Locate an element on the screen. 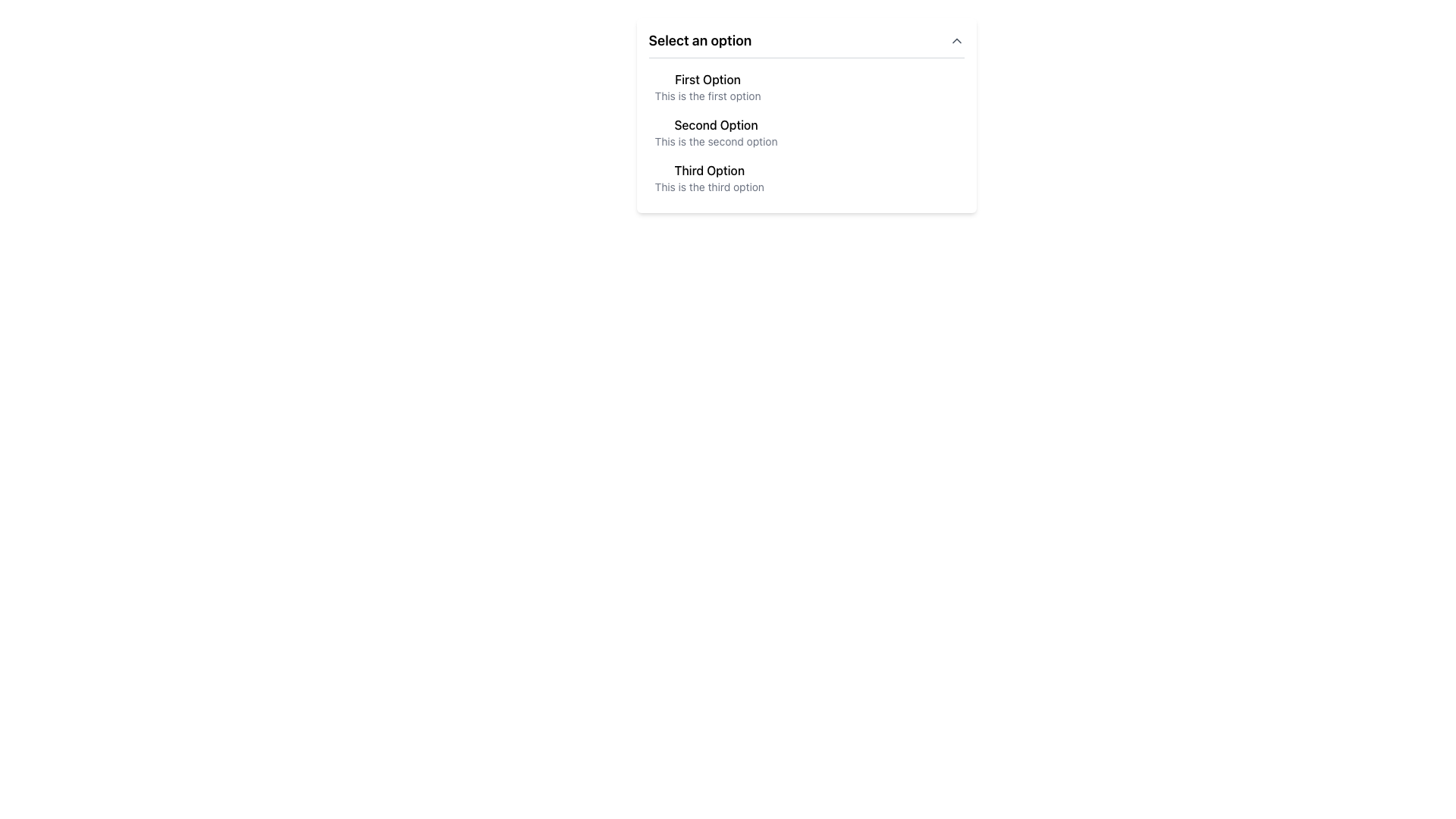 Image resolution: width=1456 pixels, height=819 pixels. the second item in the dropdown menu is located at coordinates (805, 131).